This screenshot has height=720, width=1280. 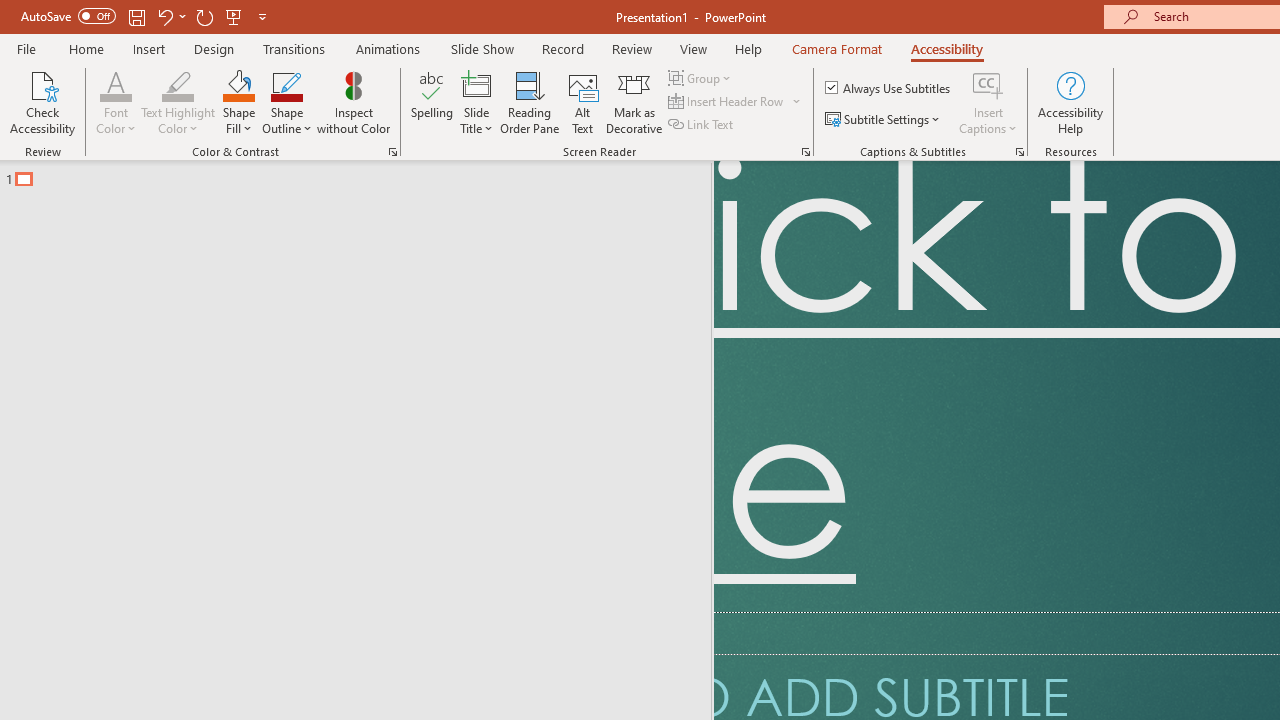 What do you see at coordinates (234, 16) in the screenshot?
I see `'From Beginning'` at bounding box center [234, 16].